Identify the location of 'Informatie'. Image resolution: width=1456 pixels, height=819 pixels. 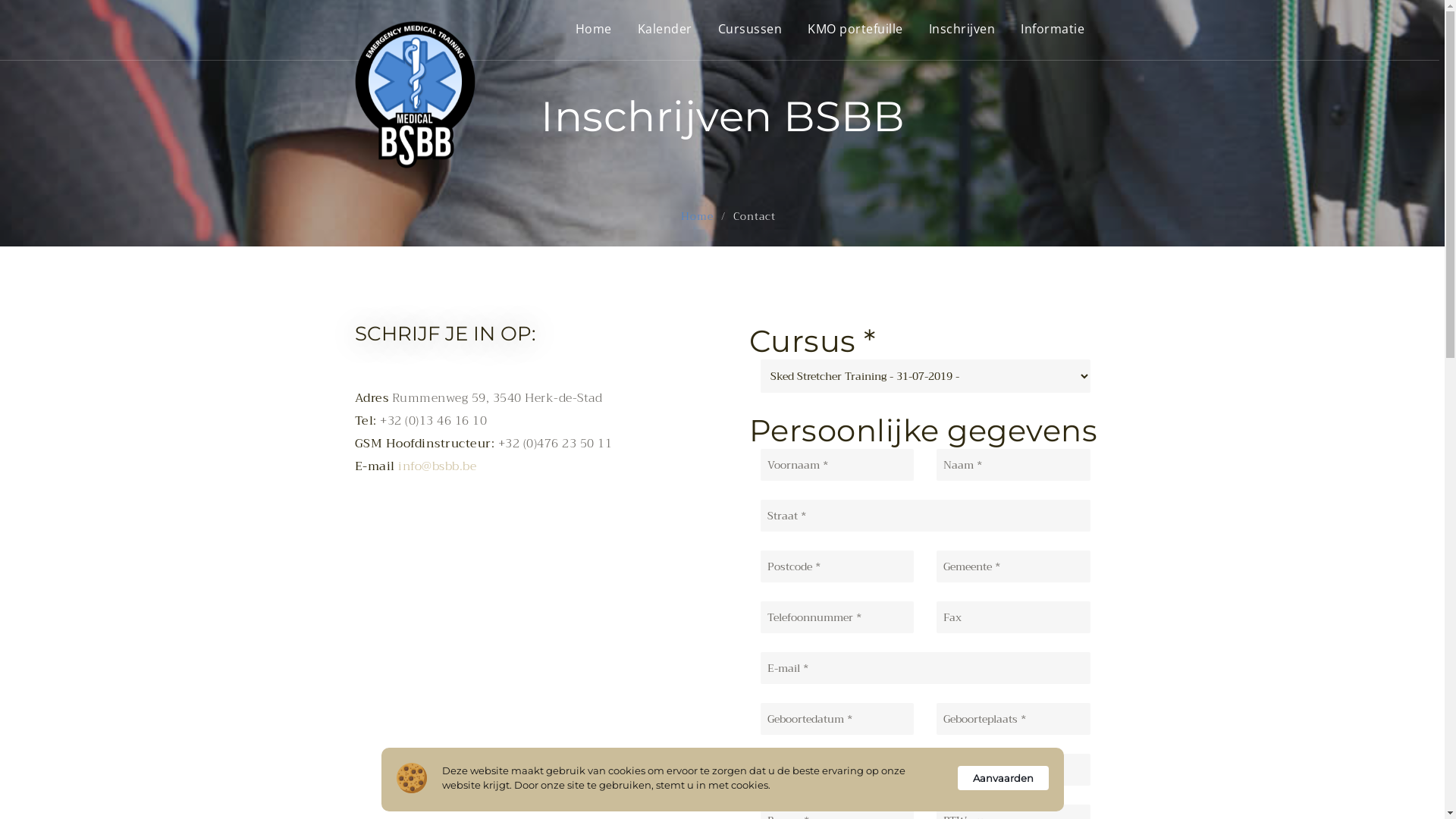
(1051, 29).